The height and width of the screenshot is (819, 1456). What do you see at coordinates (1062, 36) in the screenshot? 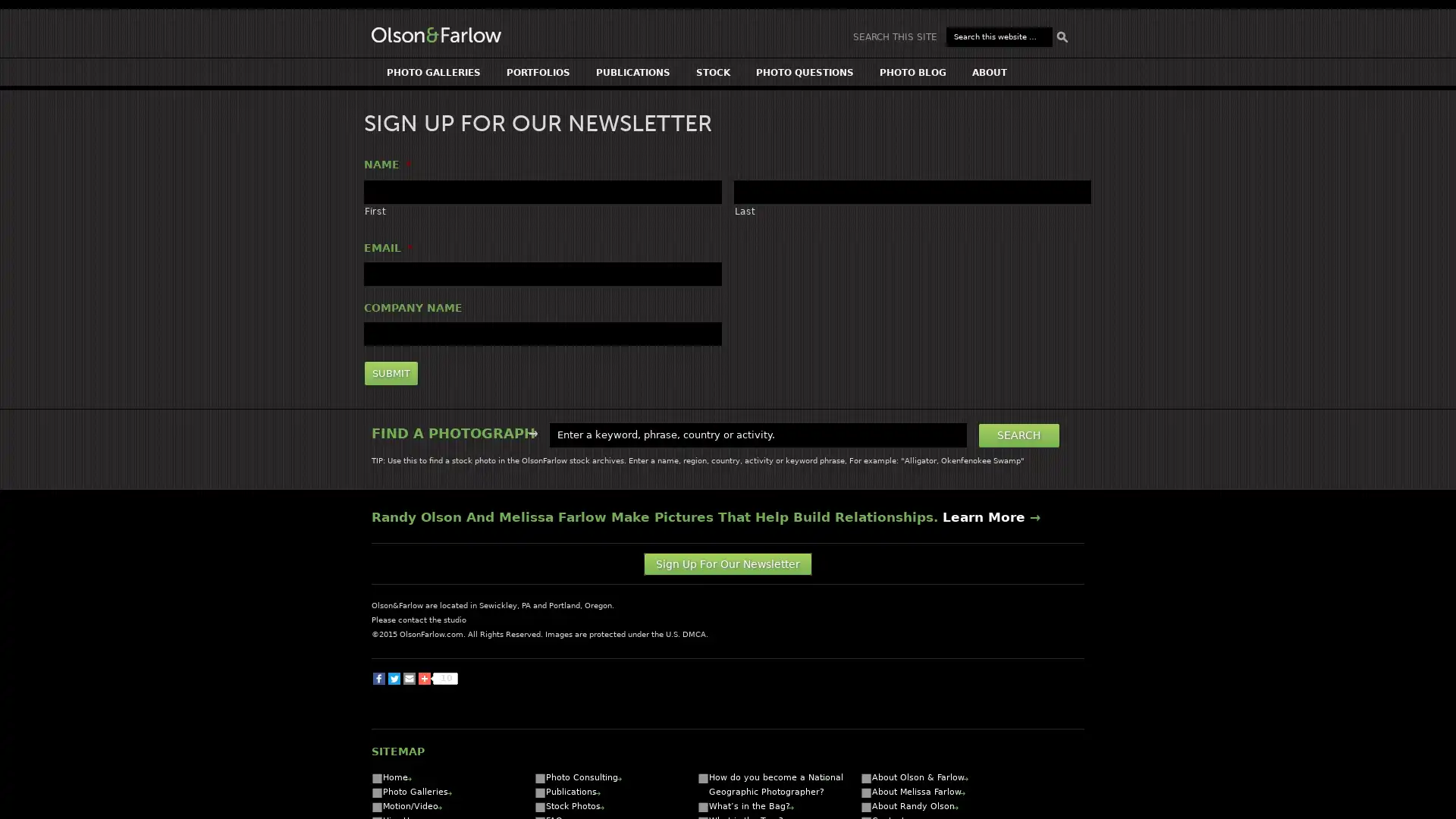
I see `Search` at bounding box center [1062, 36].